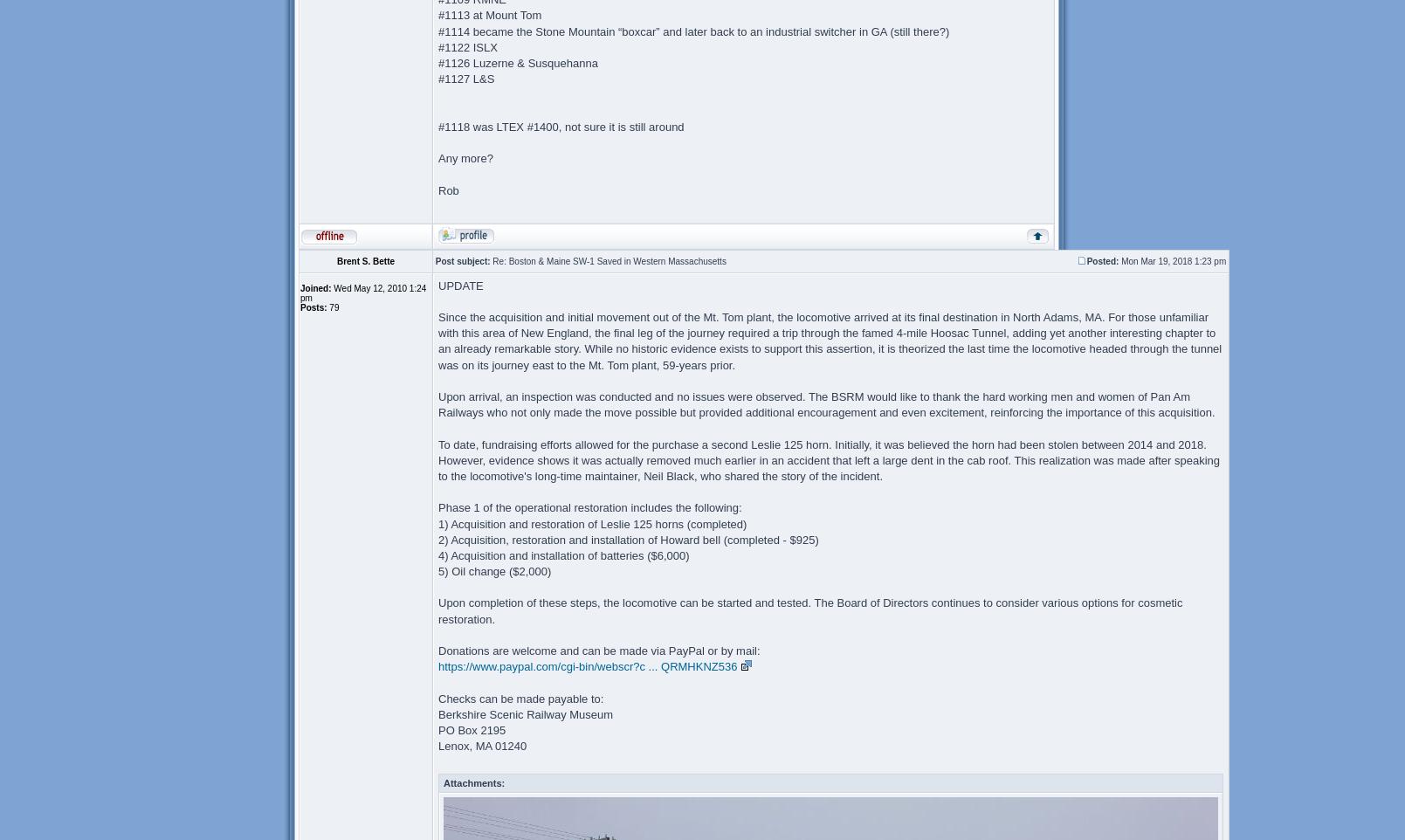 The image size is (1405, 840). Describe the element at coordinates (494, 571) in the screenshot. I see `'5) Oil change ($2,000)'` at that location.